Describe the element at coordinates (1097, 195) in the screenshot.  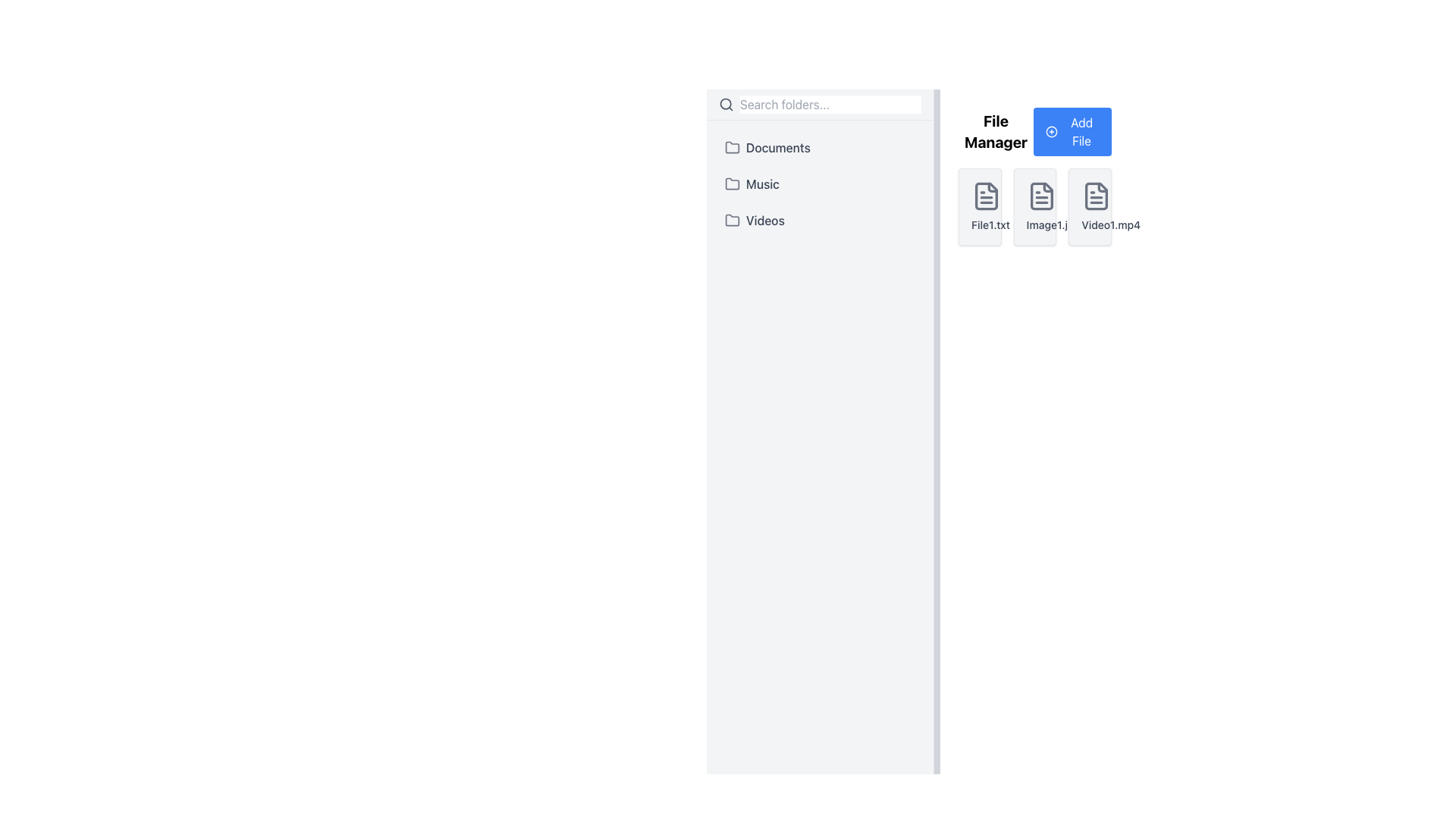
I see `the visual icon representing 'Video1.mp4' in the file manager interface` at that location.